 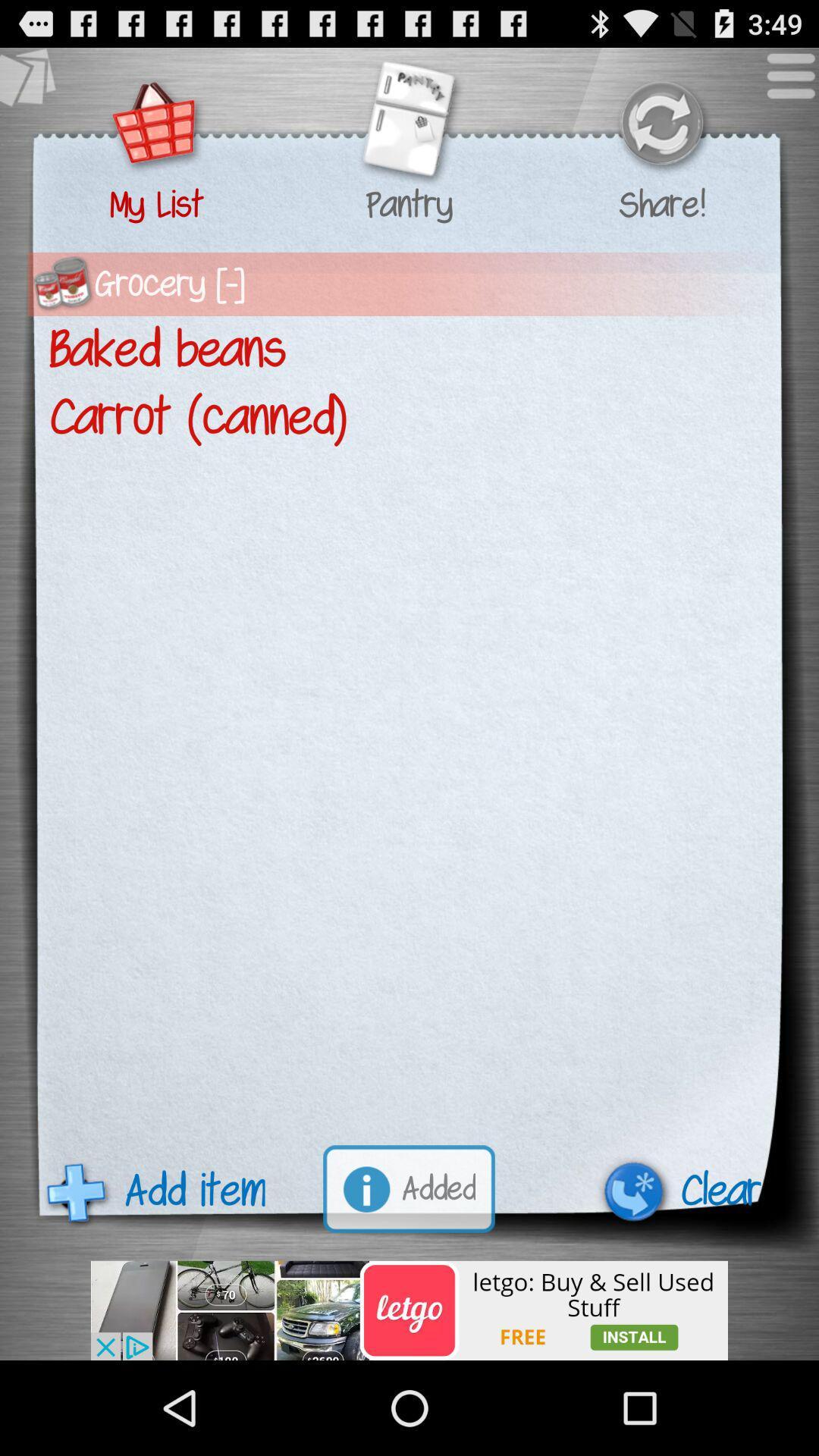 I want to click on refresh button, so click(x=661, y=125).